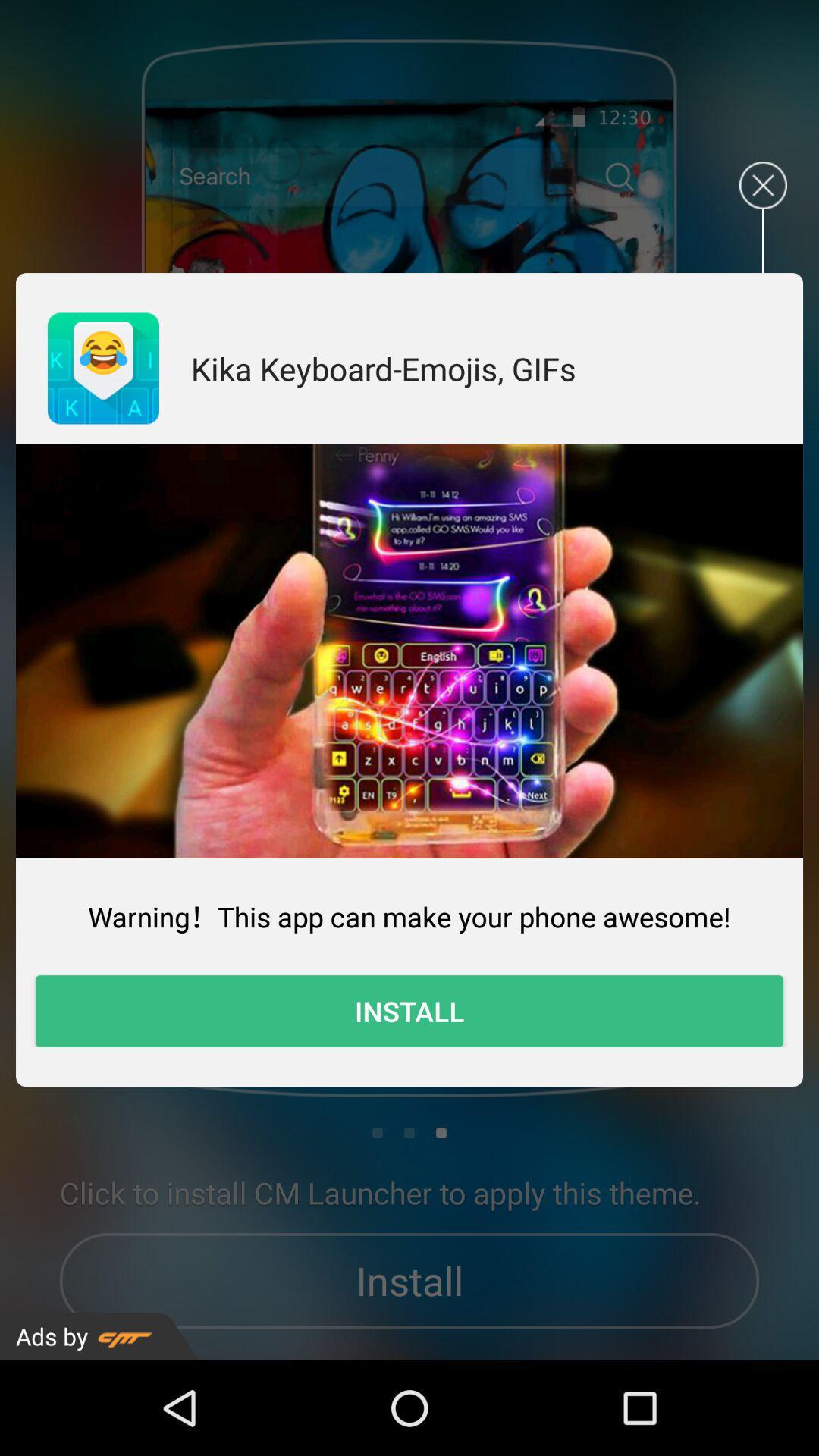  What do you see at coordinates (102, 368) in the screenshot?
I see `icon to the left of kika keyboard emojis` at bounding box center [102, 368].